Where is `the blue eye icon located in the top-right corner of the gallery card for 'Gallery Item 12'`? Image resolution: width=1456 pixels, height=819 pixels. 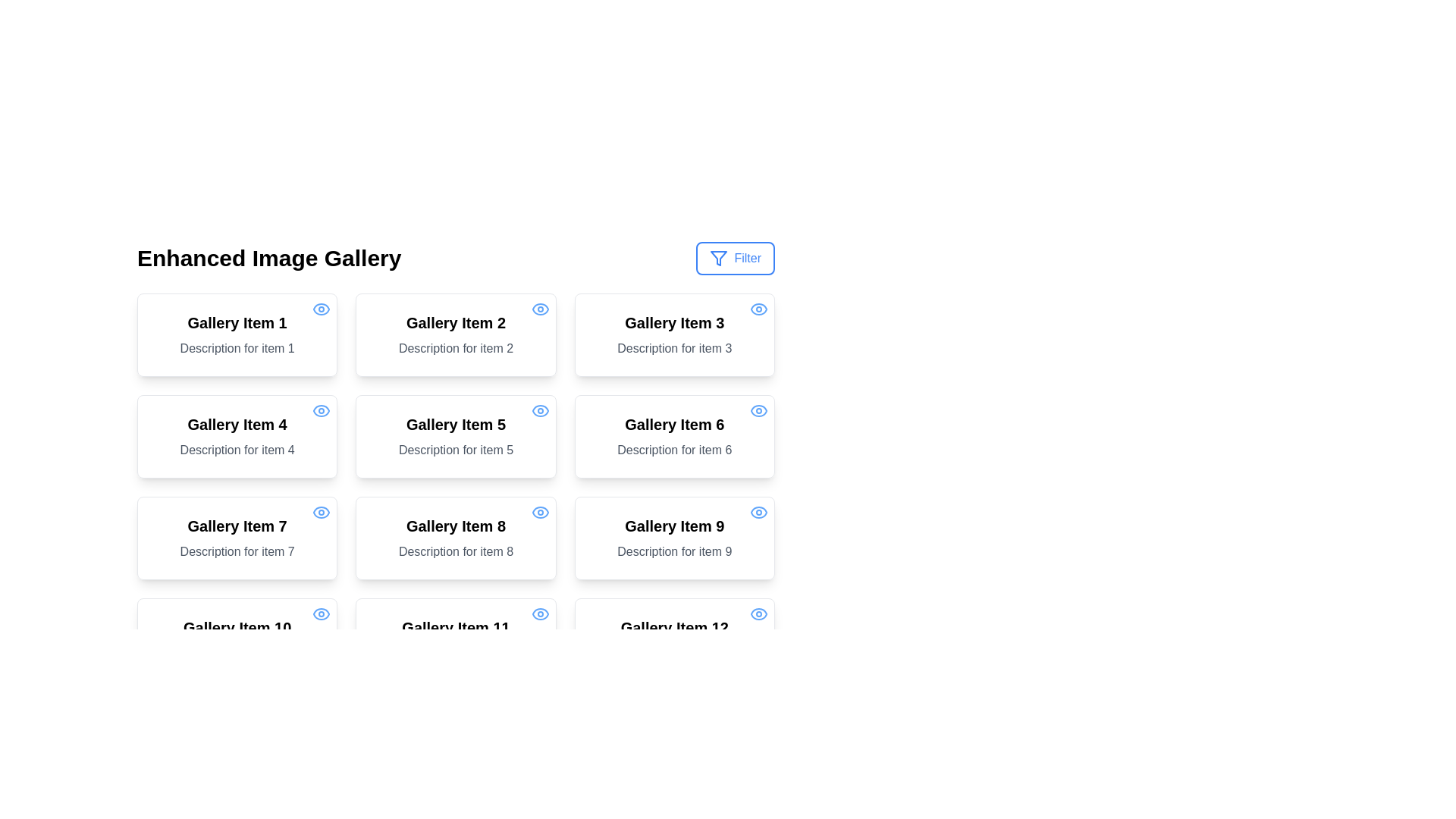
the blue eye icon located in the top-right corner of the gallery card for 'Gallery Item 12' is located at coordinates (759, 614).